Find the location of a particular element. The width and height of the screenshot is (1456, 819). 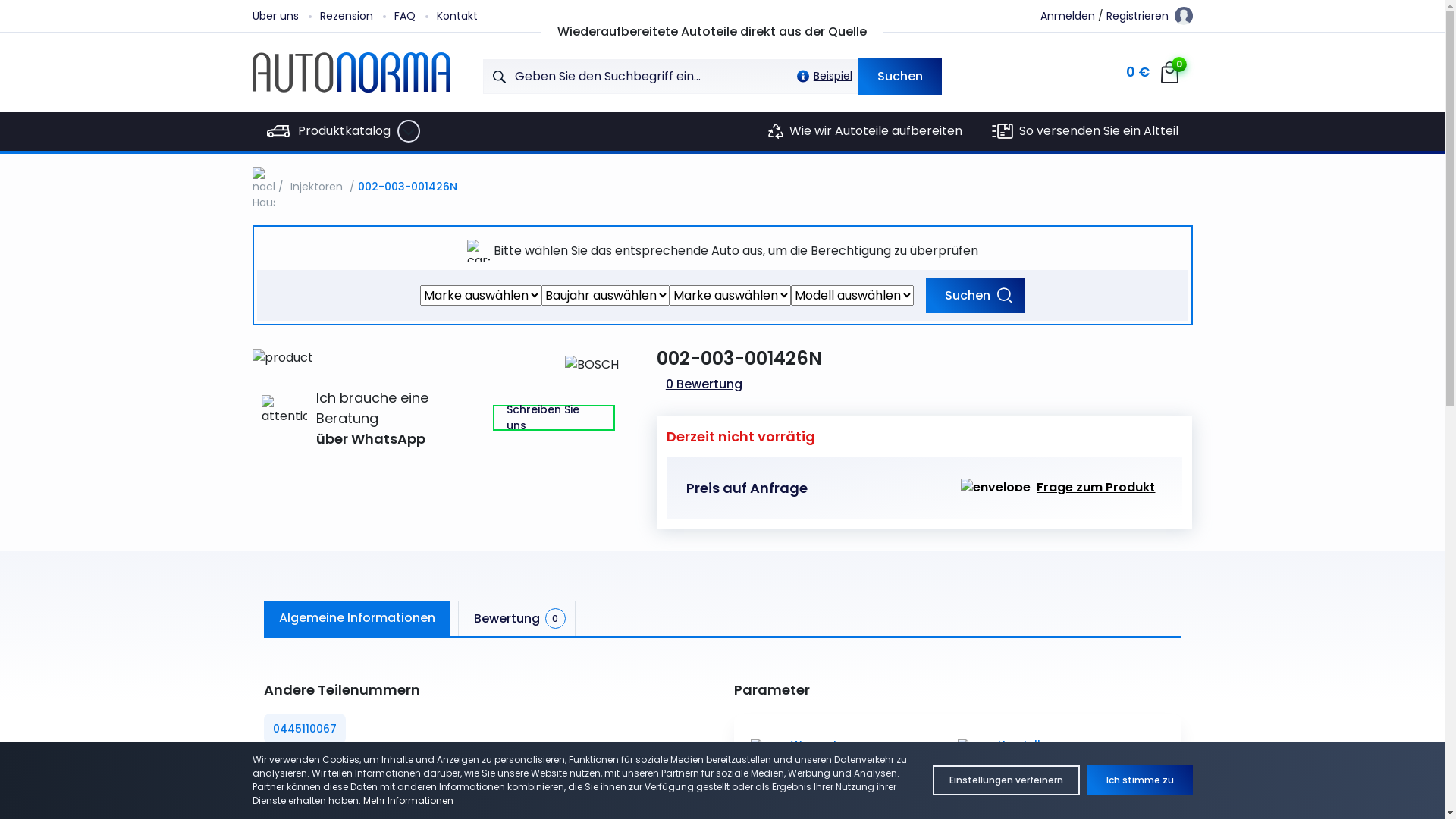

'Rezension' is located at coordinates (319, 15).